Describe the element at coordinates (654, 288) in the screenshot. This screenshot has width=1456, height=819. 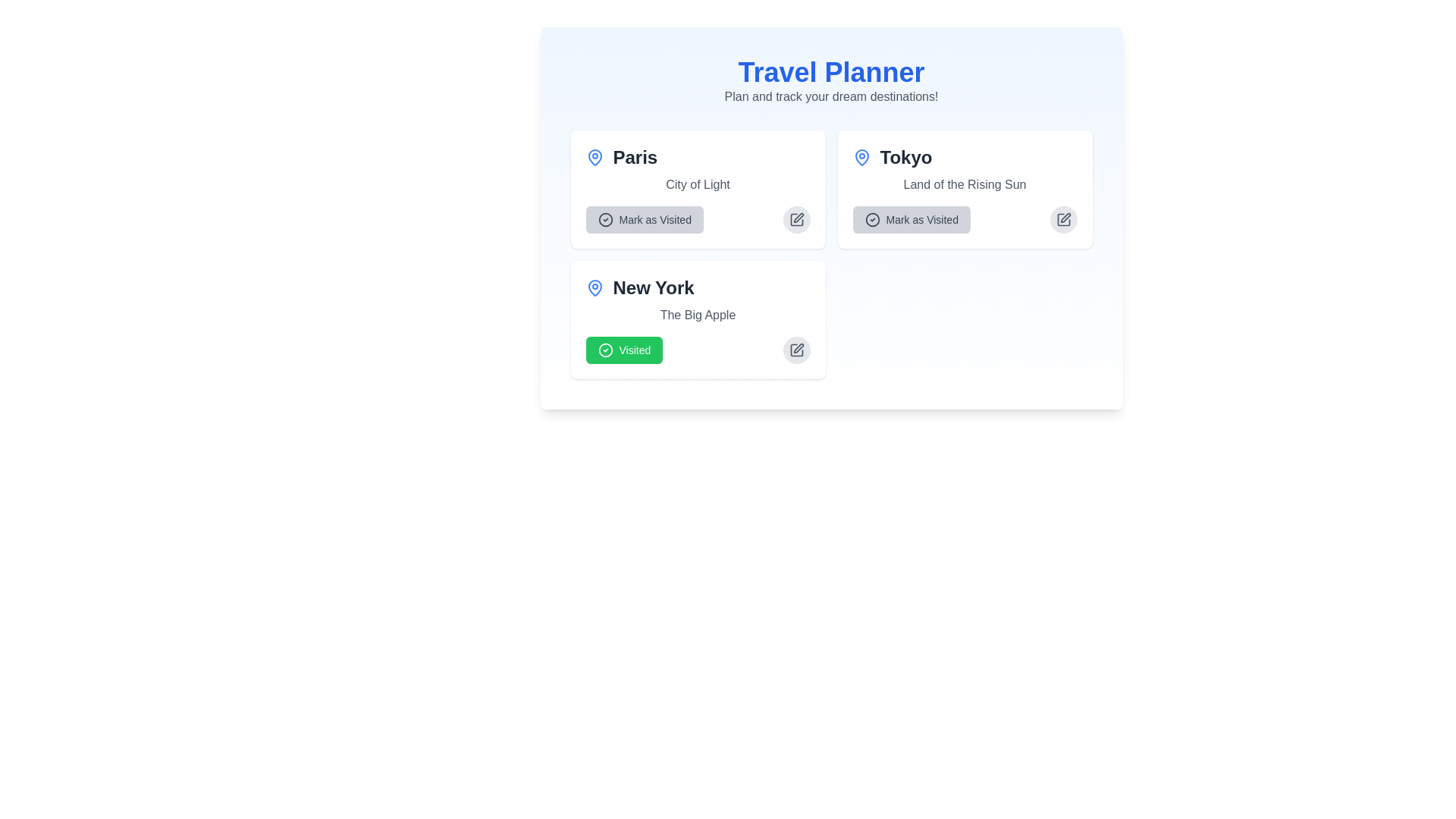
I see `the text element displaying 'New York', which is bold and large, making it a focal point in the layout` at that location.